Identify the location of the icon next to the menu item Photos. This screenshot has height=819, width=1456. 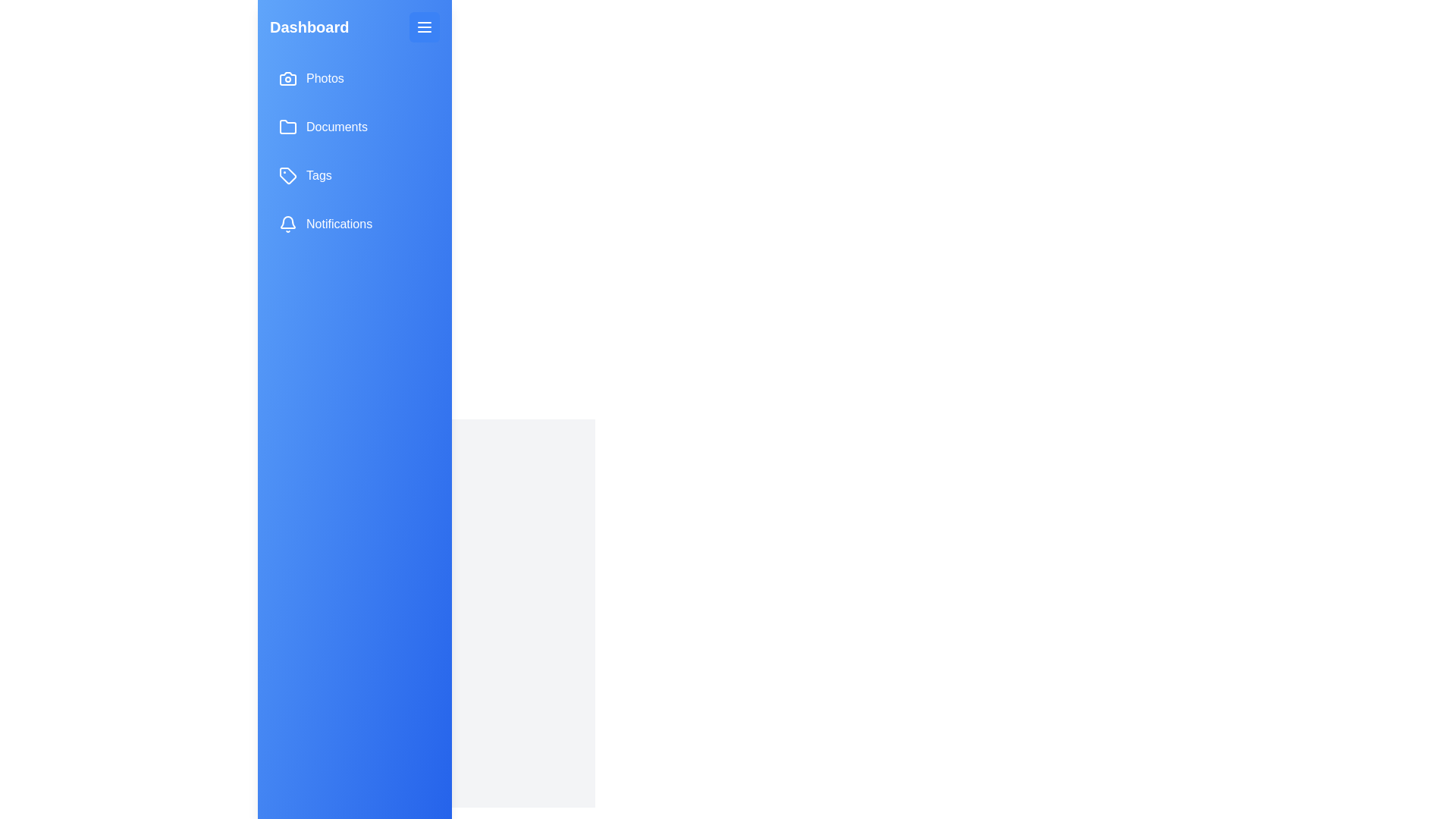
(287, 79).